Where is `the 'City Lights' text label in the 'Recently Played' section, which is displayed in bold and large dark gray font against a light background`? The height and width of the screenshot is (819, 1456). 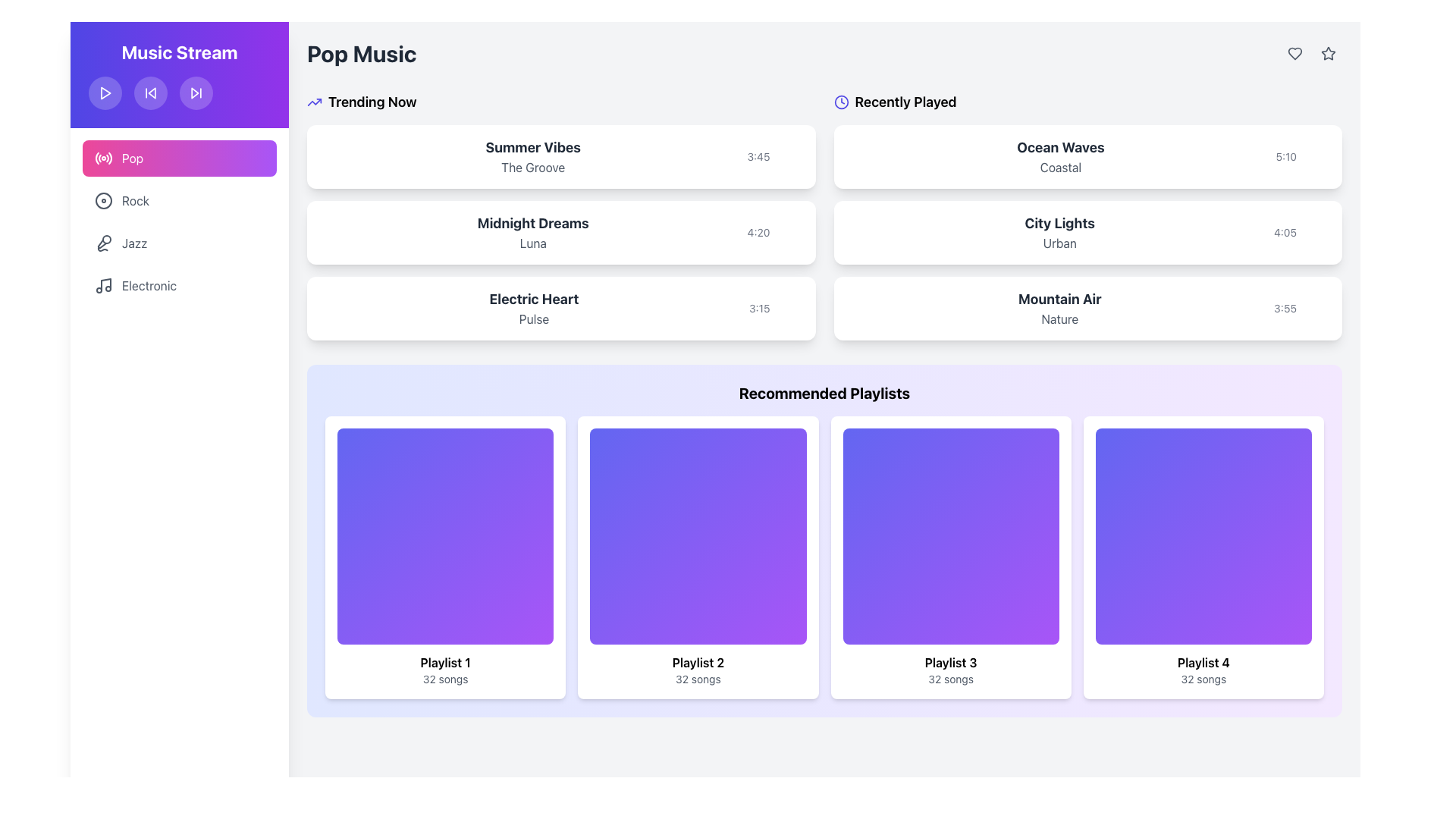 the 'City Lights' text label in the 'Recently Played' section, which is displayed in bold and large dark gray font against a light background is located at coordinates (1059, 223).